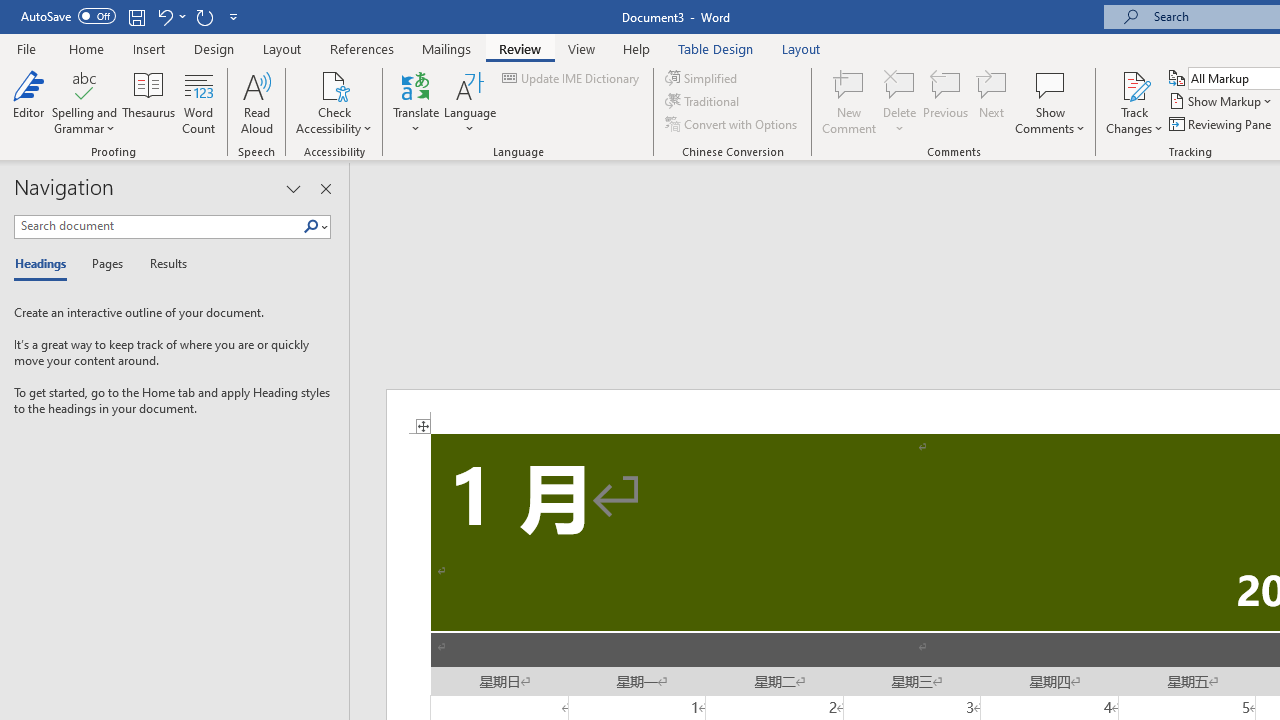 This screenshot has height=720, width=1280. I want to click on 'Repeat Doc Close', so click(204, 16).